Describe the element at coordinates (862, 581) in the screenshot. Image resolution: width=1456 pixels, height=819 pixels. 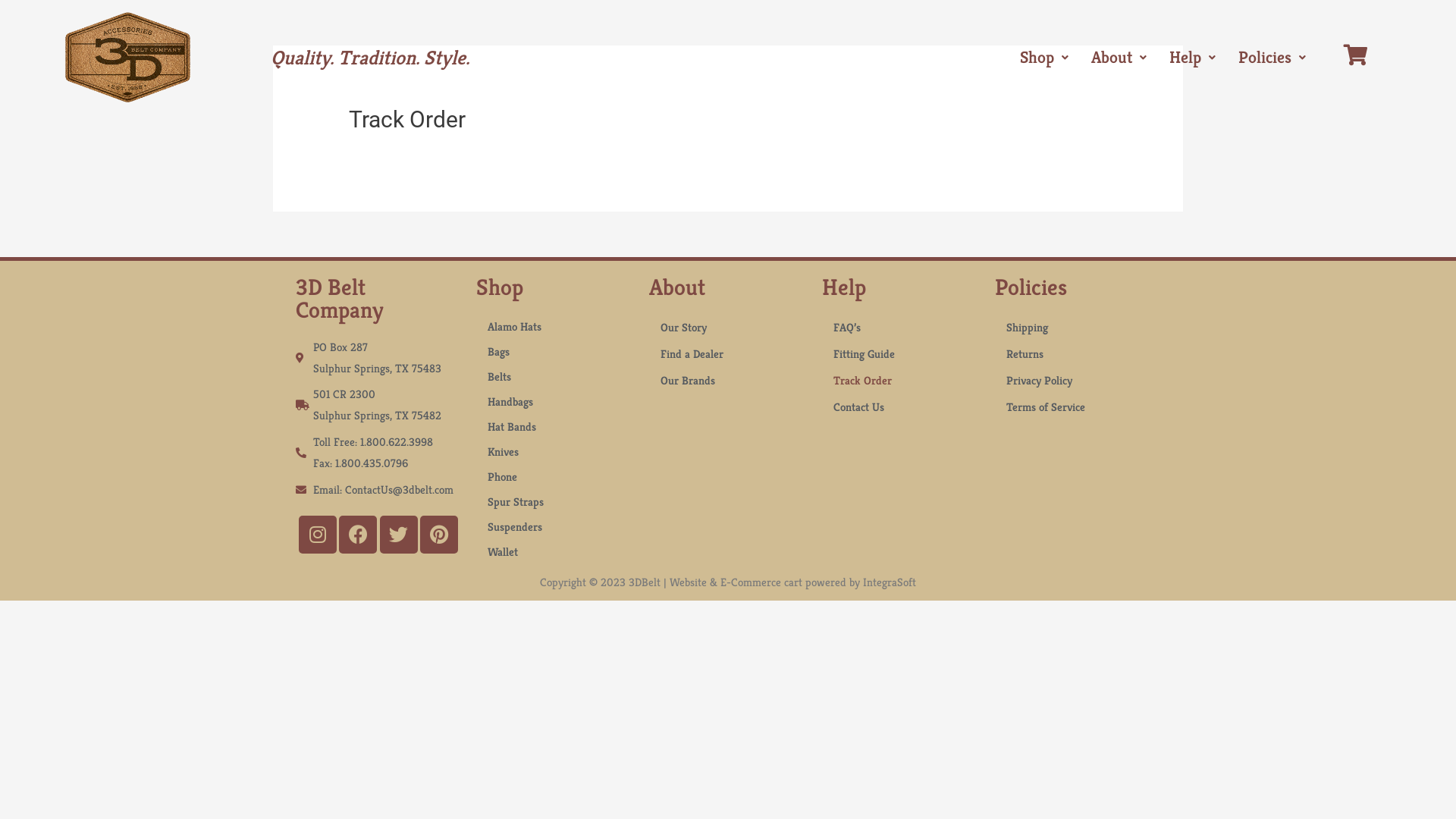
I see `'IntegraSoft'` at that location.